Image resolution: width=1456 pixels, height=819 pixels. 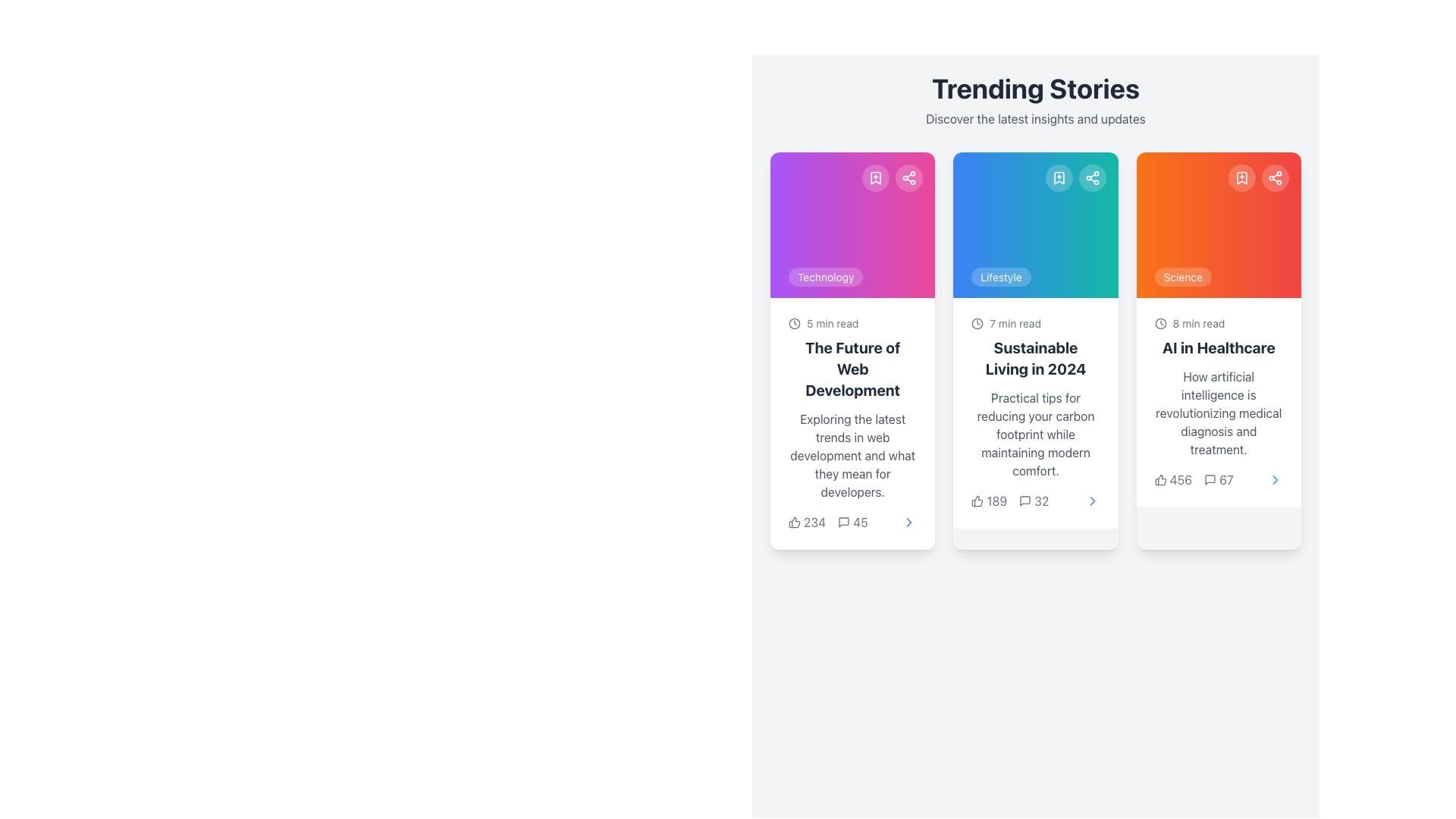 I want to click on the second button in the top-right corner of the 'Sustainable Living in 2024' card to initiate sharing, so click(x=1092, y=177).